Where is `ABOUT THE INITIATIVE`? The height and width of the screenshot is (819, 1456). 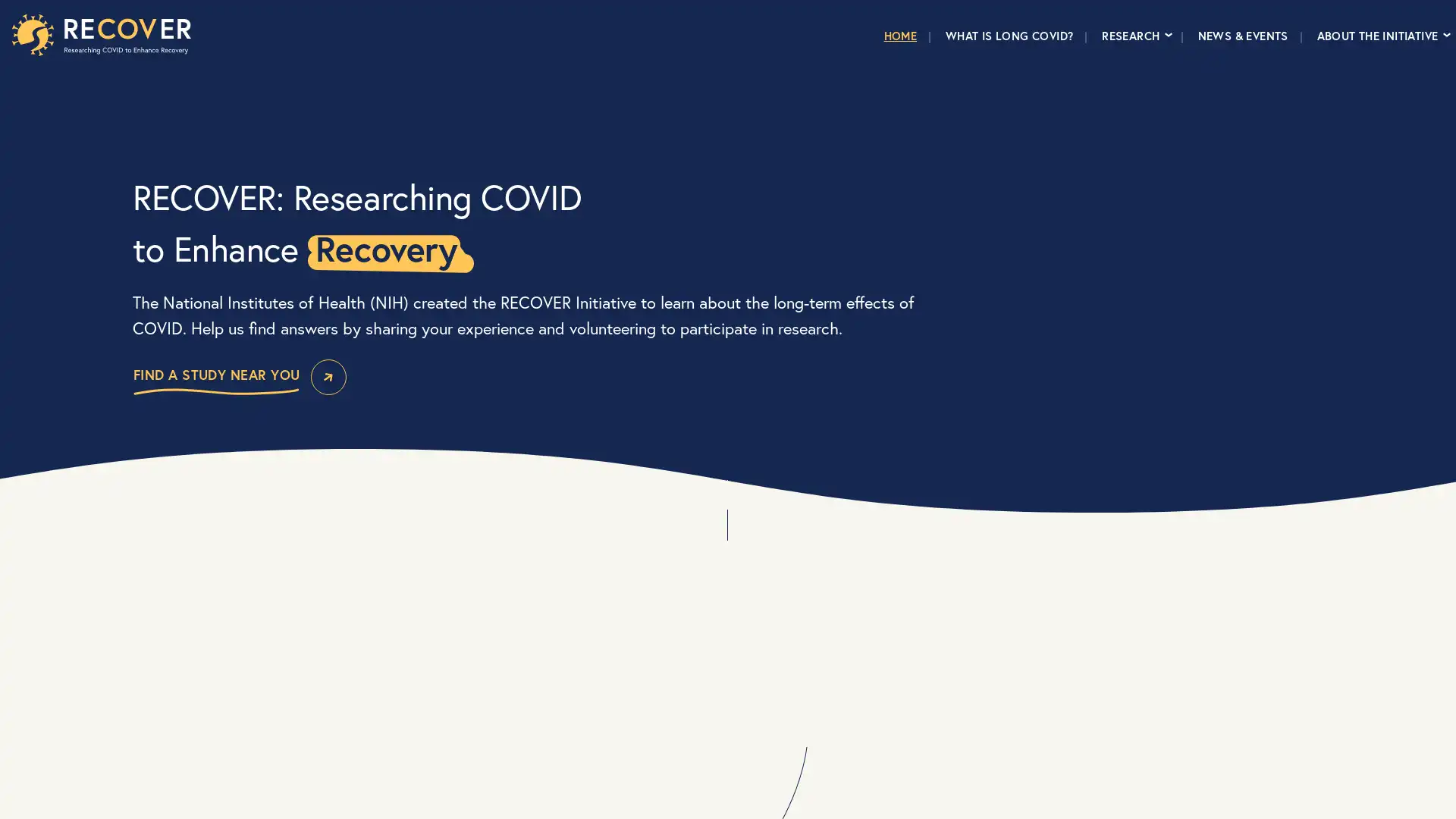
ABOUT THE INITIATIVE is located at coordinates (1370, 34).